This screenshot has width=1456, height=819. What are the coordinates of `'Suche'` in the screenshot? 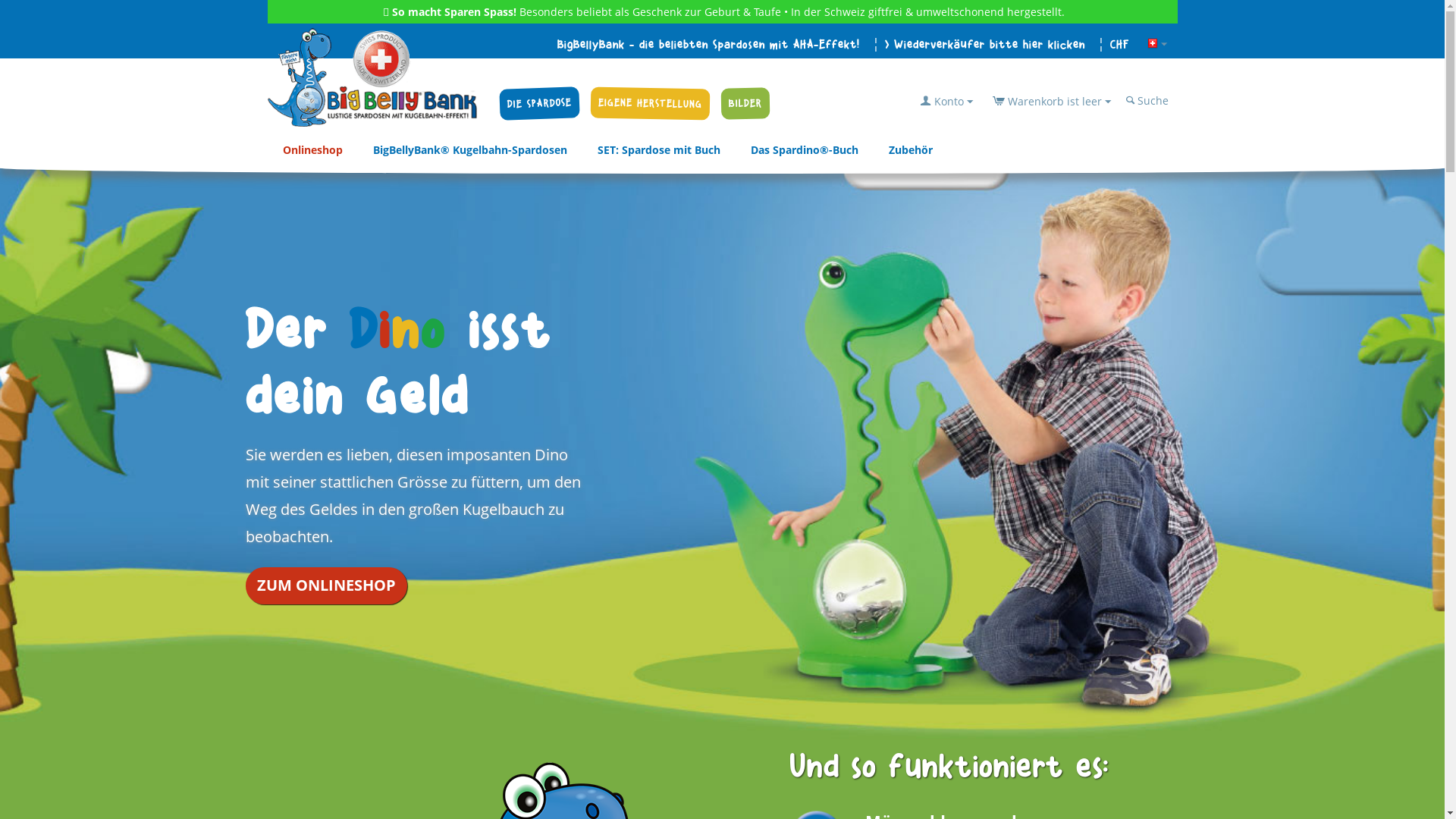 It's located at (1148, 100).